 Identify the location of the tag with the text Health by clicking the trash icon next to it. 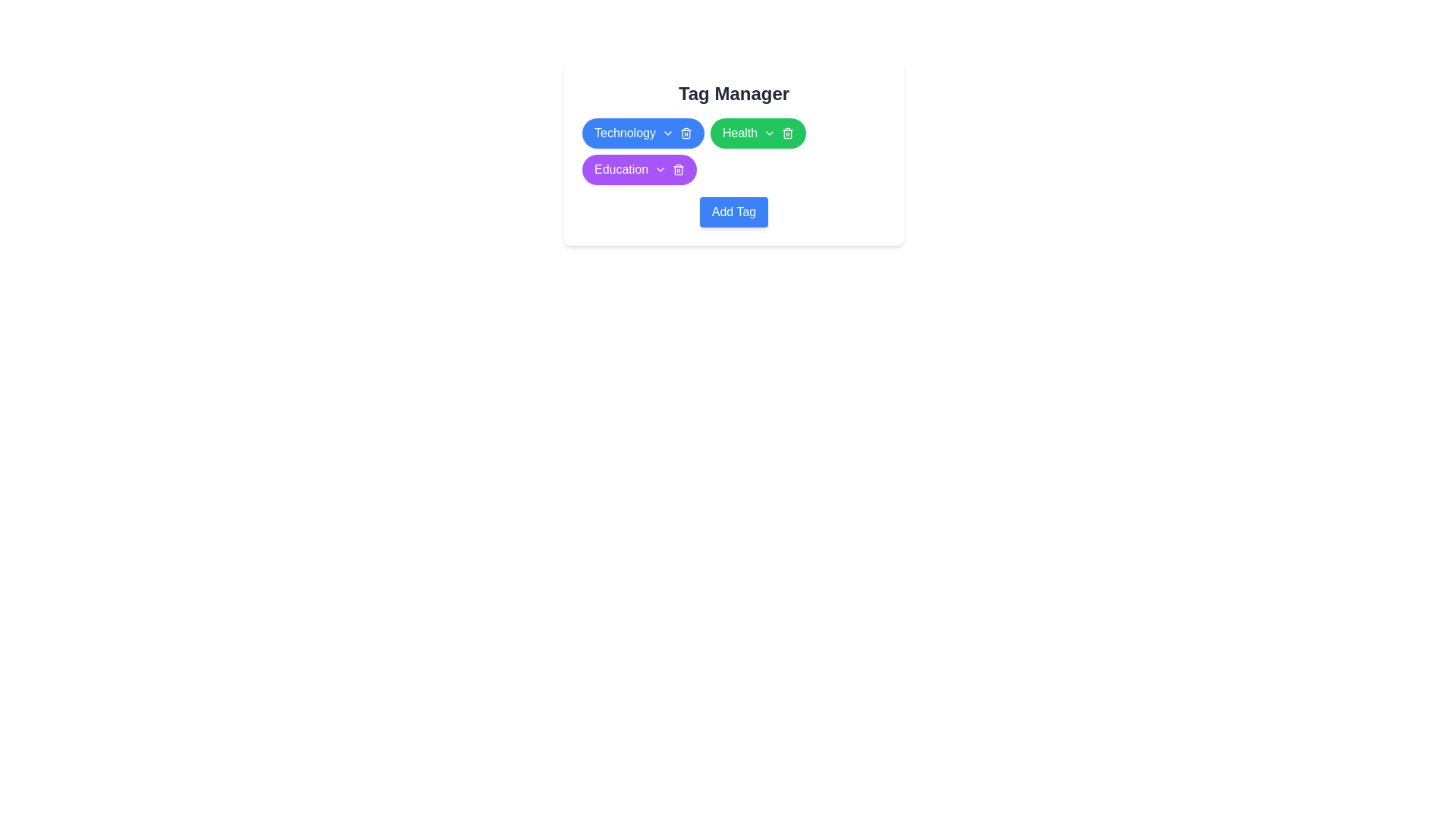
(788, 133).